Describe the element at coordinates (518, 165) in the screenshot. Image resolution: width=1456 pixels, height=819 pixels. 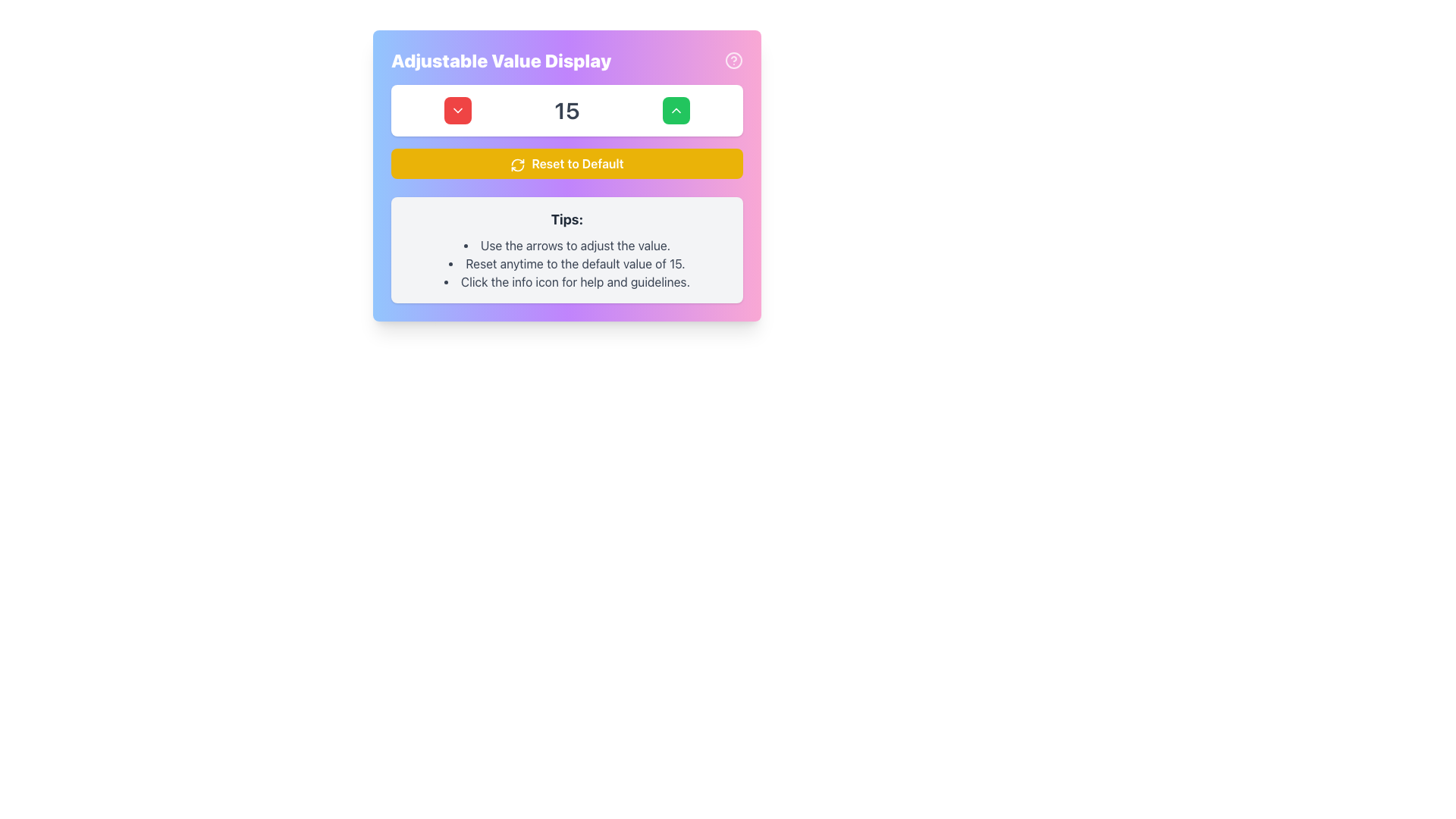
I see `the circular refresh icon, which is outlined in white and has a yellow background, as a visual indicator of the reset functionality located within the 'Reset to Default' button` at that location.